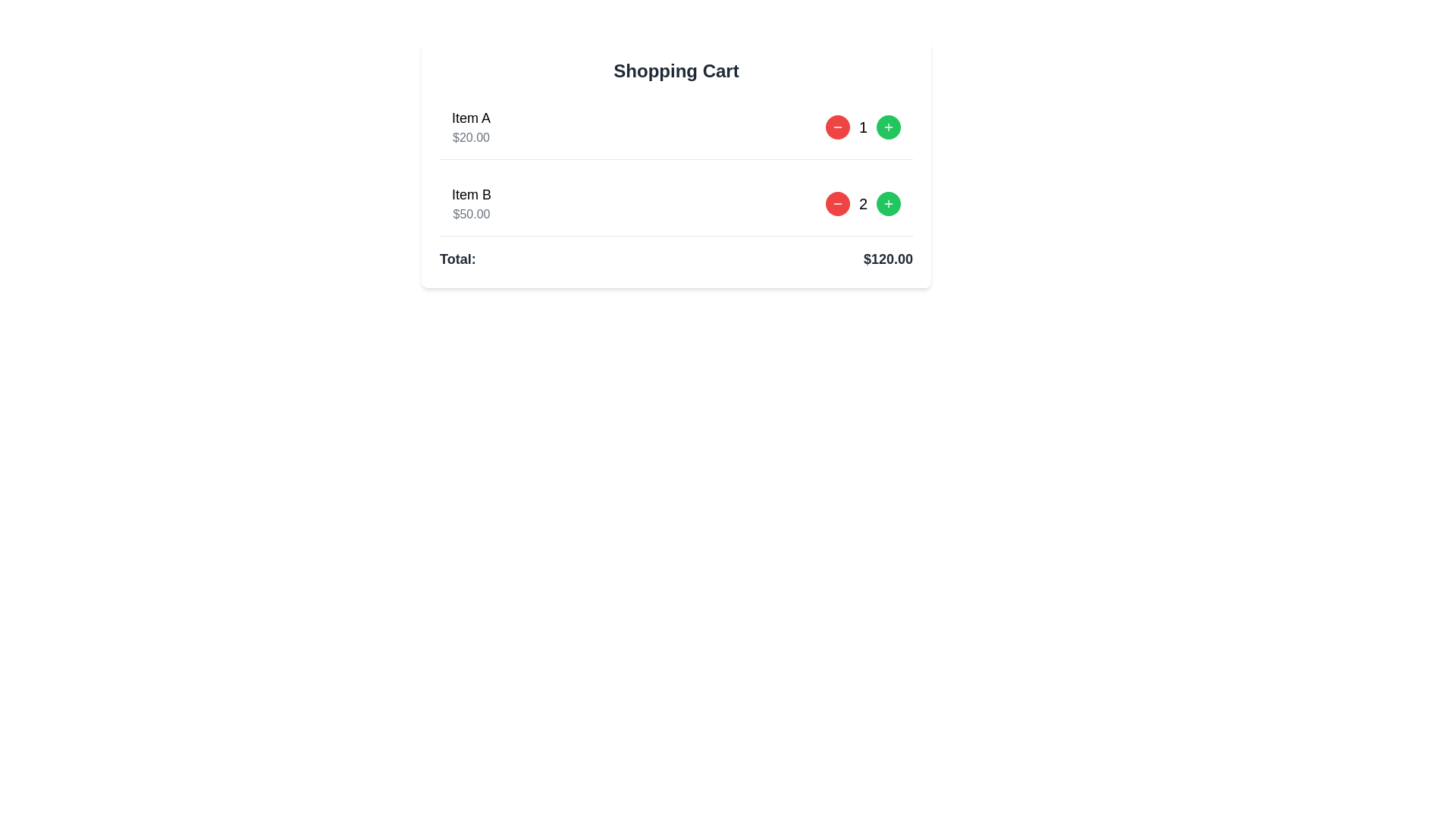 This screenshot has width=1456, height=819. I want to click on the text display showing the number '2' to trigger a tooltip or highlight effect, so click(863, 203).